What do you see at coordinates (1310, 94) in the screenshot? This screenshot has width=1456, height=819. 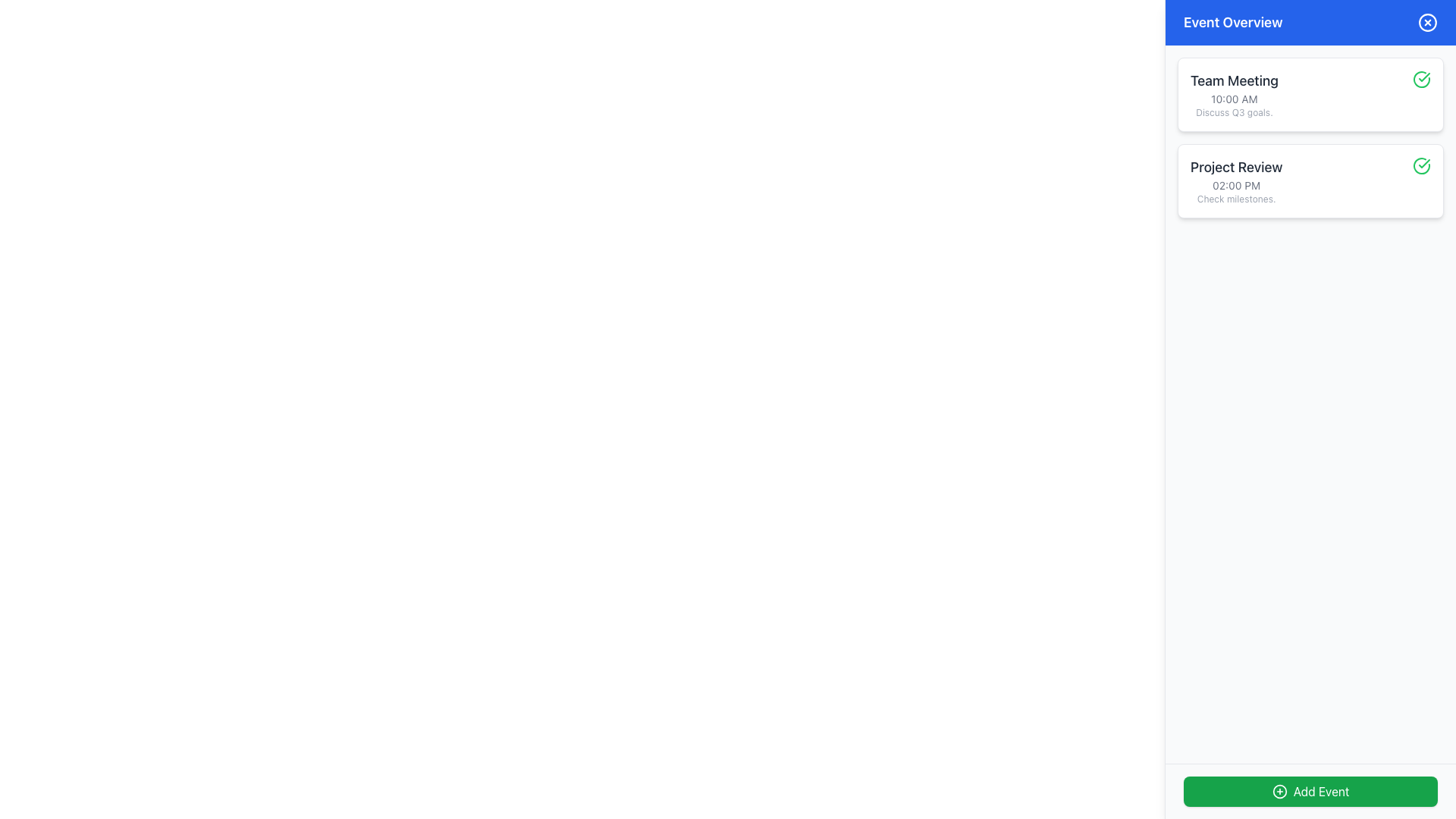 I see `the first event card in the schedule or to-do list` at bounding box center [1310, 94].